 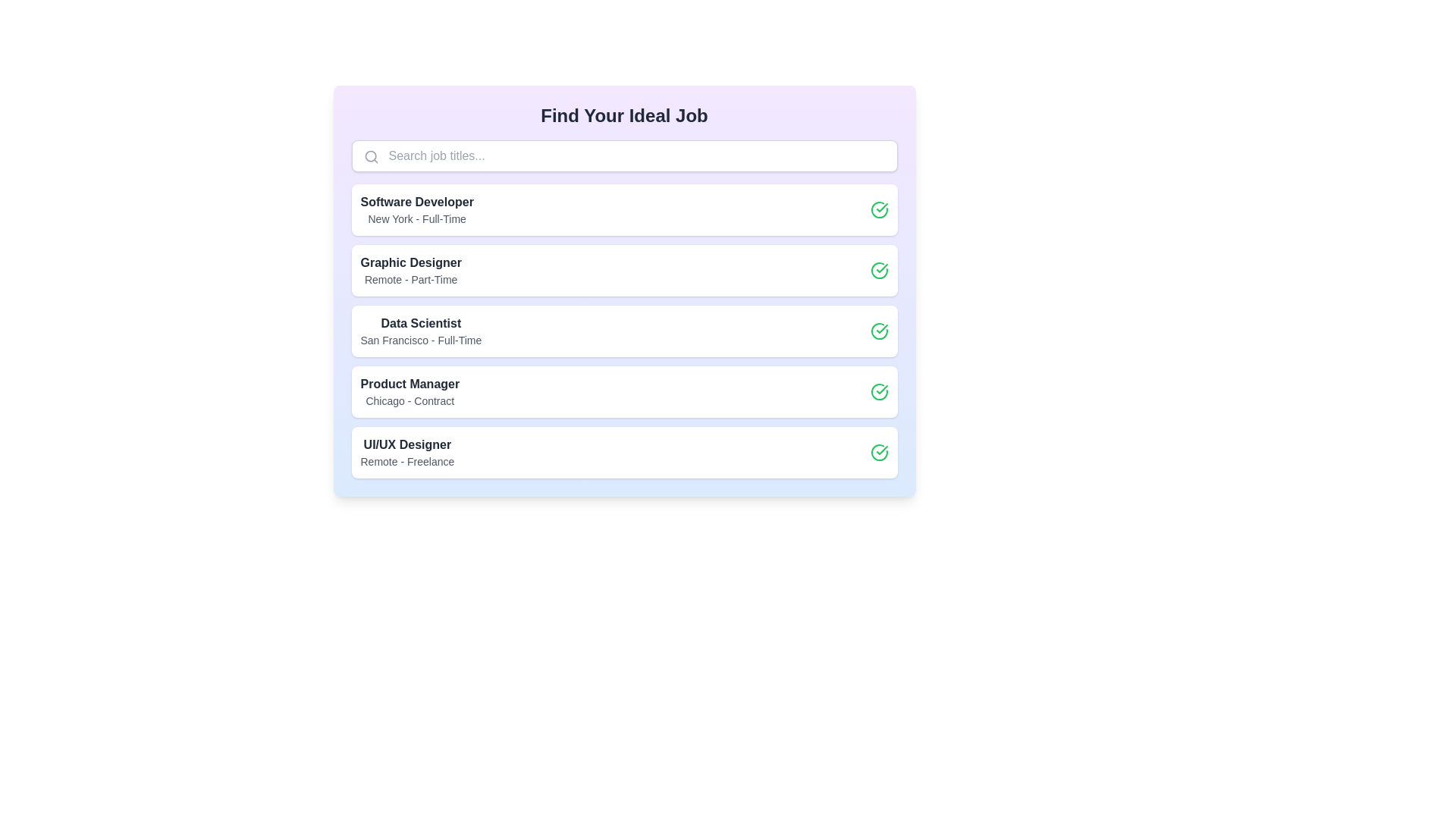 I want to click on the selectable list item representing a job listing for a UI/UX Designer role located at the bottom of a vertical list, so click(x=624, y=452).